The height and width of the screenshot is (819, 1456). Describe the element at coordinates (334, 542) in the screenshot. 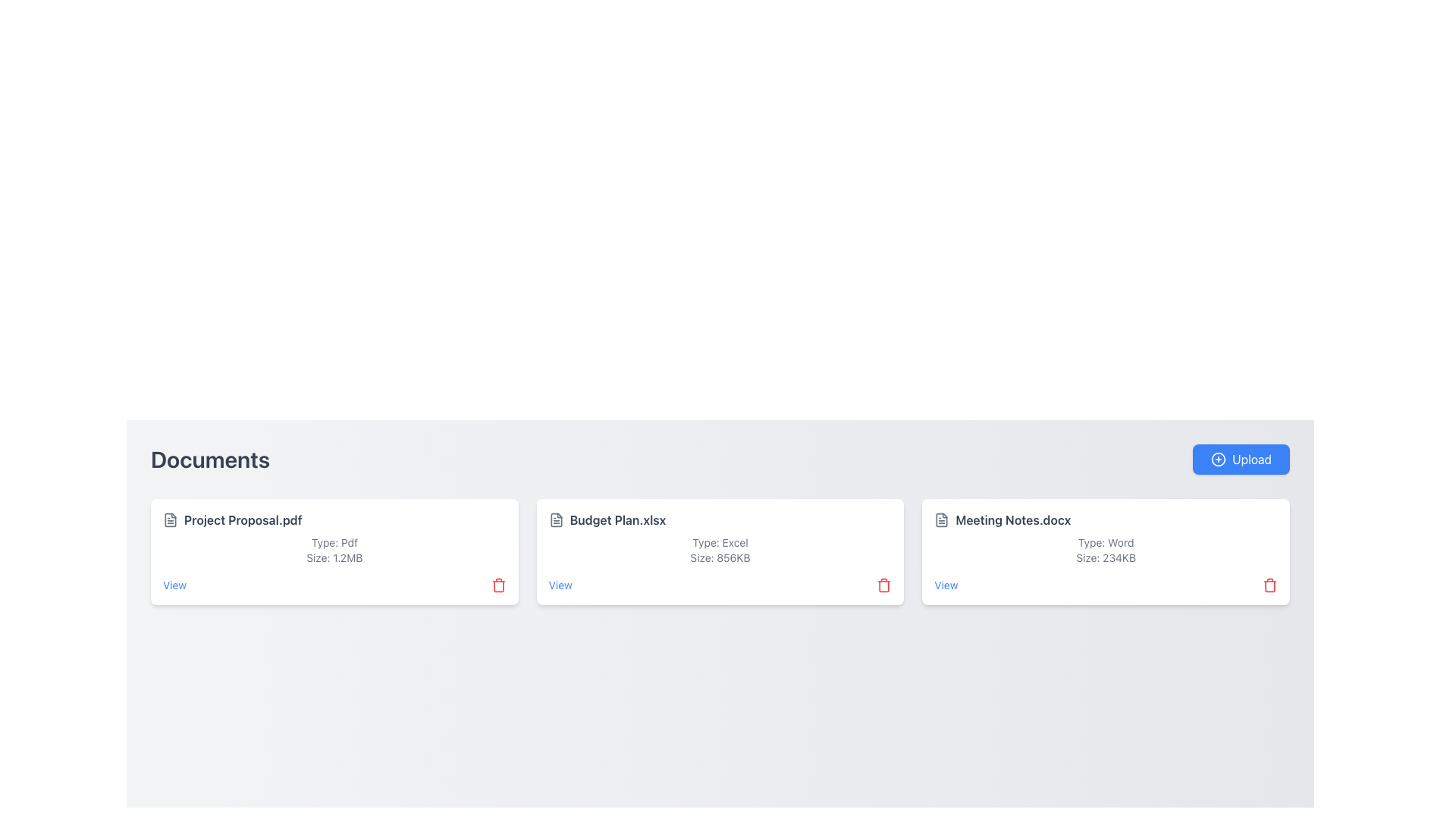

I see `the text label indicating the file format or type for the document 'Project Proposal.pdf', which is located below the document's title line and above the size information line` at that location.